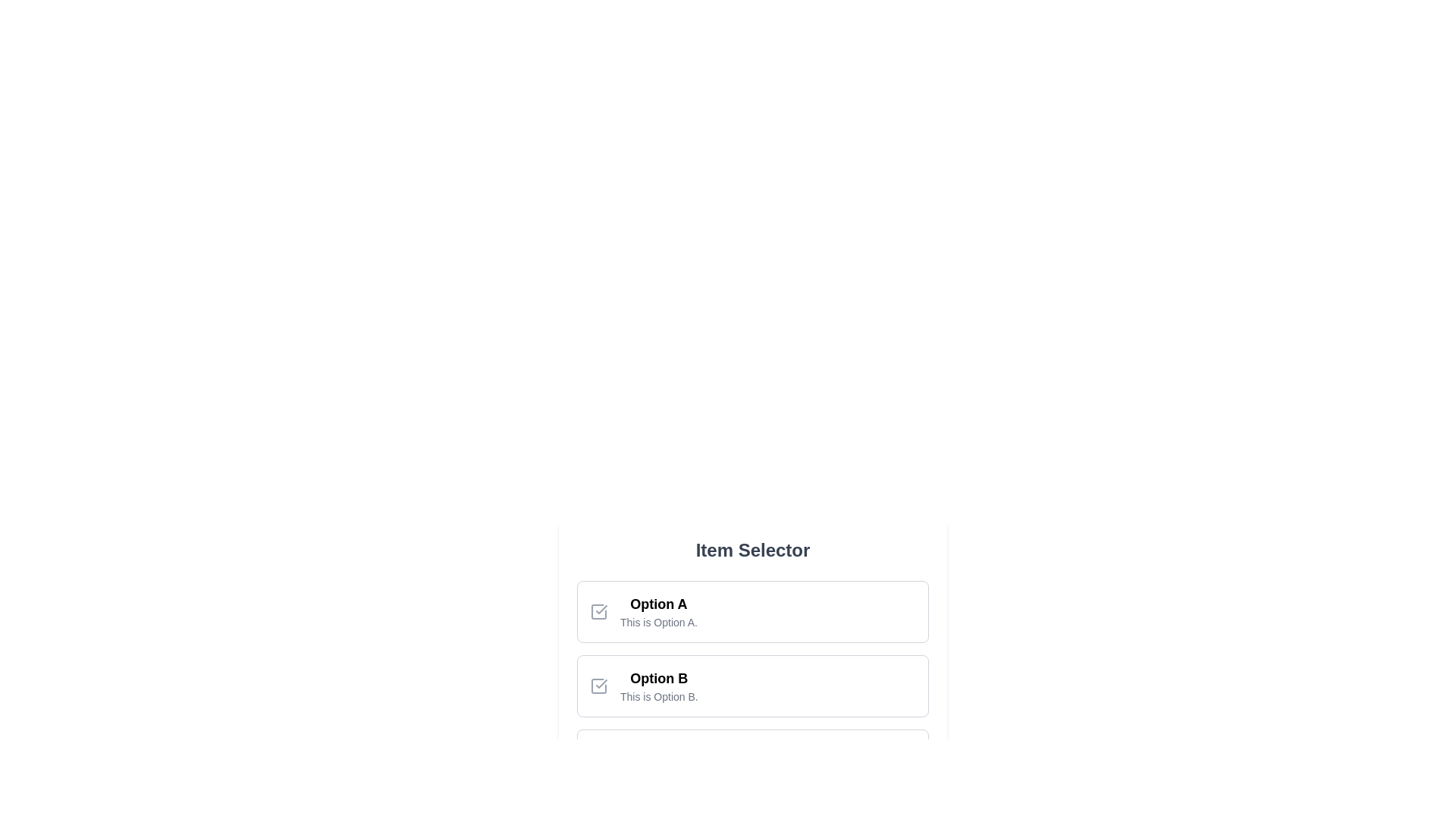 Image resolution: width=1456 pixels, height=819 pixels. Describe the element at coordinates (659, 677) in the screenshot. I see `the bold and large label displaying 'Option B' located under the 'Item Selector' heading, which is part of a selection box containing a checkbox and descriptive text` at that location.